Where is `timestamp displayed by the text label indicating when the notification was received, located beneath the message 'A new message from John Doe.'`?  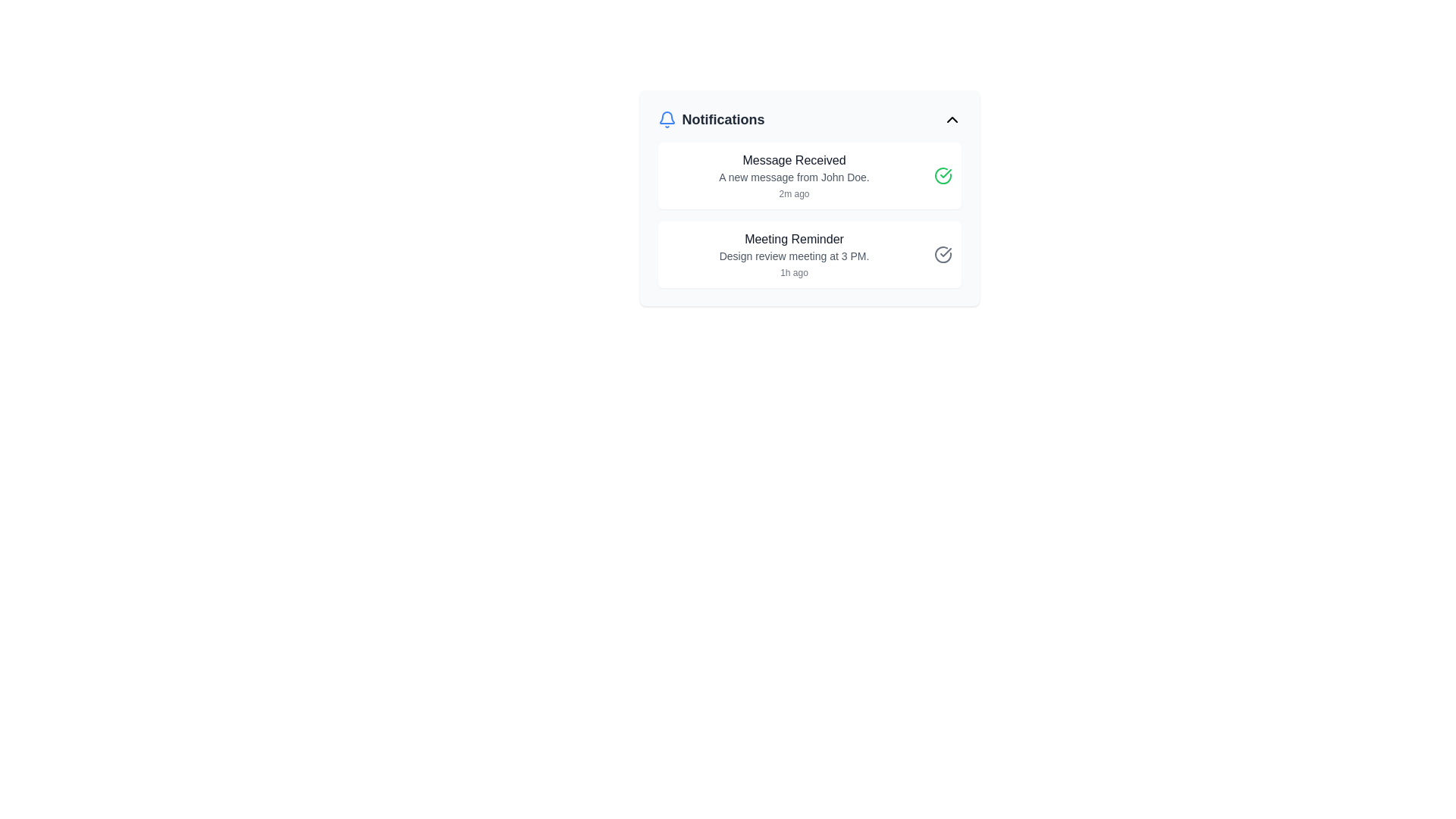
timestamp displayed by the text label indicating when the notification was received, located beneath the message 'A new message from John Doe.' is located at coordinates (793, 193).